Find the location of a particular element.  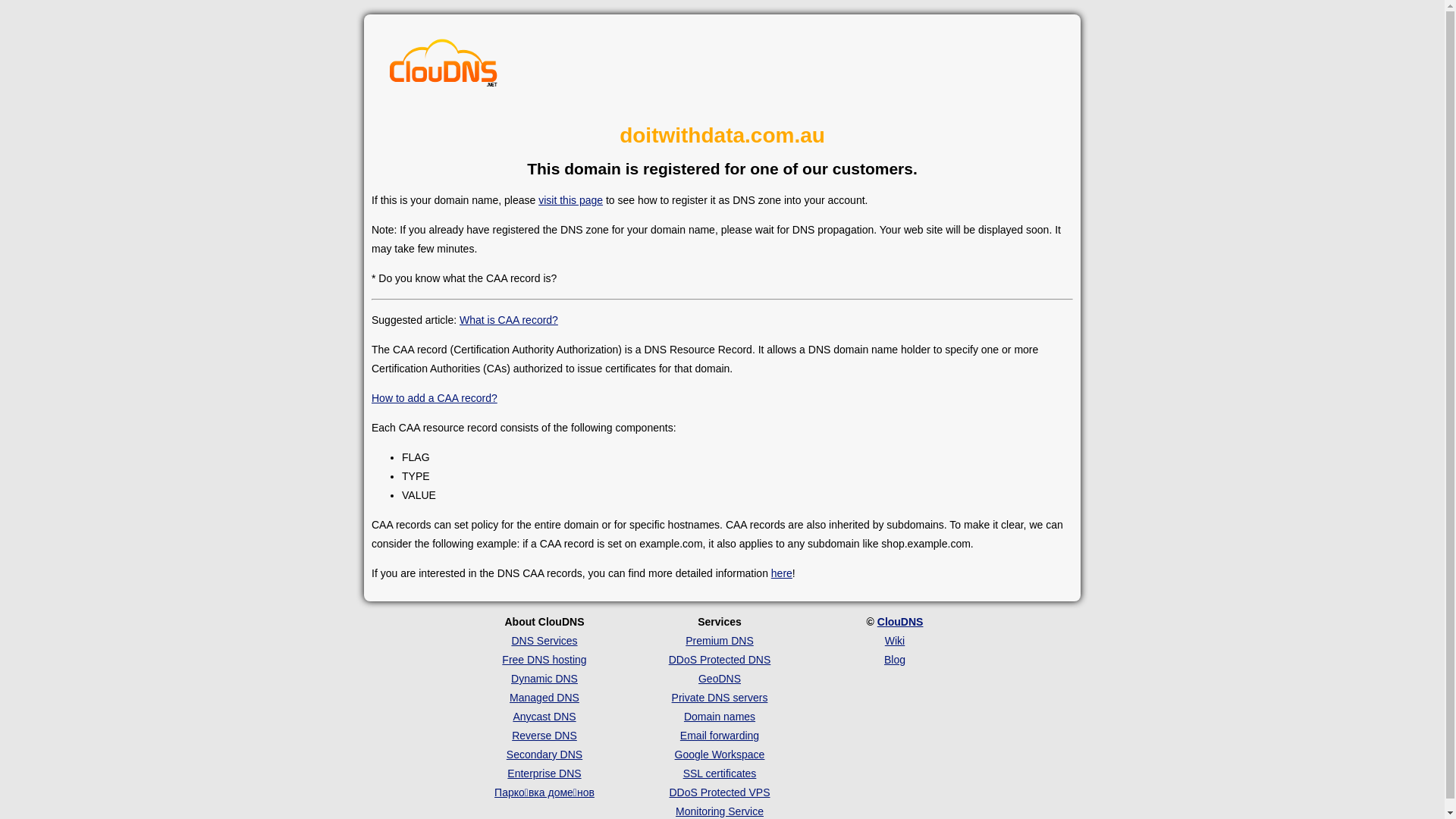

'Secondary DNS' is located at coordinates (544, 755).